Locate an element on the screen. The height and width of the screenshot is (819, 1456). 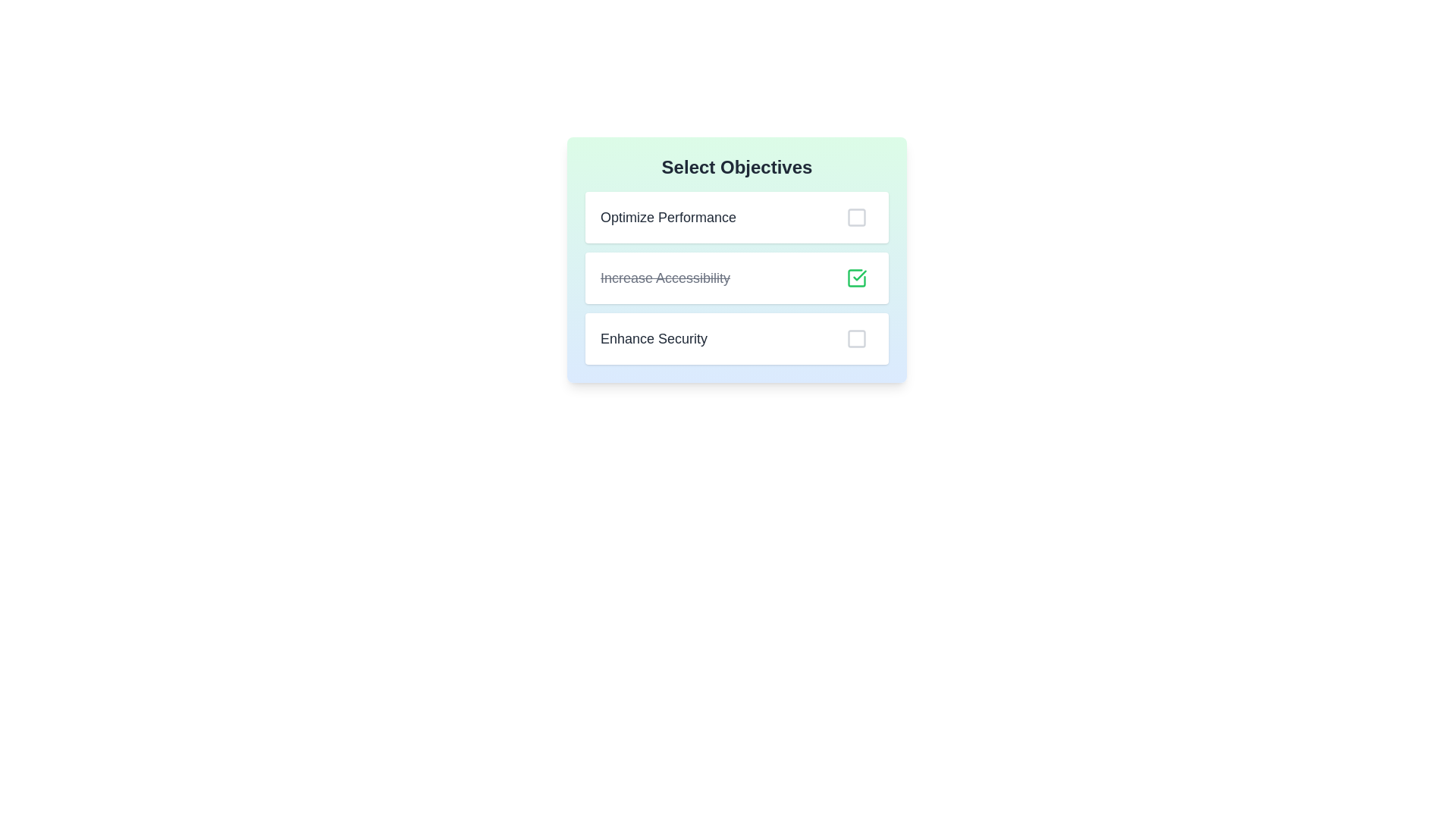
the text label displaying 'Enhance Security', which is styled in bold dark gray and located to the left of an associated checkbox in the third row of the 'Select Objectives' list is located at coordinates (654, 338).